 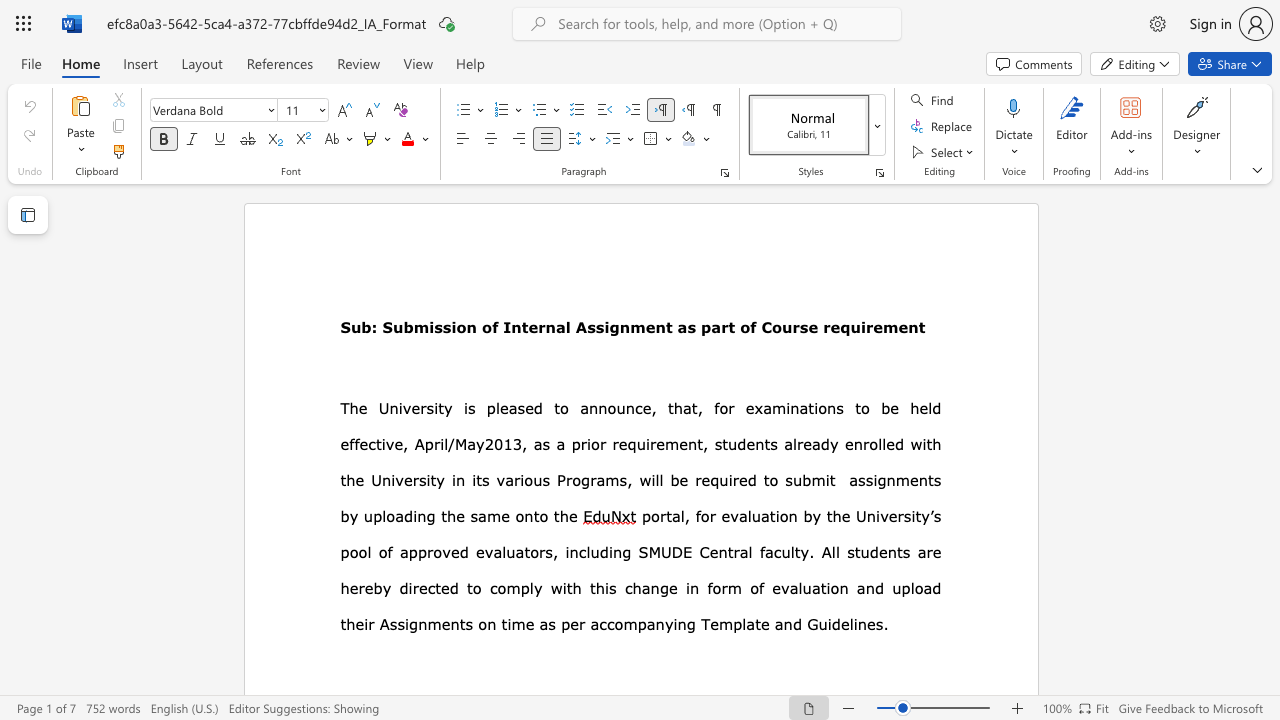 I want to click on the subset text "te" within the text "plate and Guidelines", so click(x=754, y=623).